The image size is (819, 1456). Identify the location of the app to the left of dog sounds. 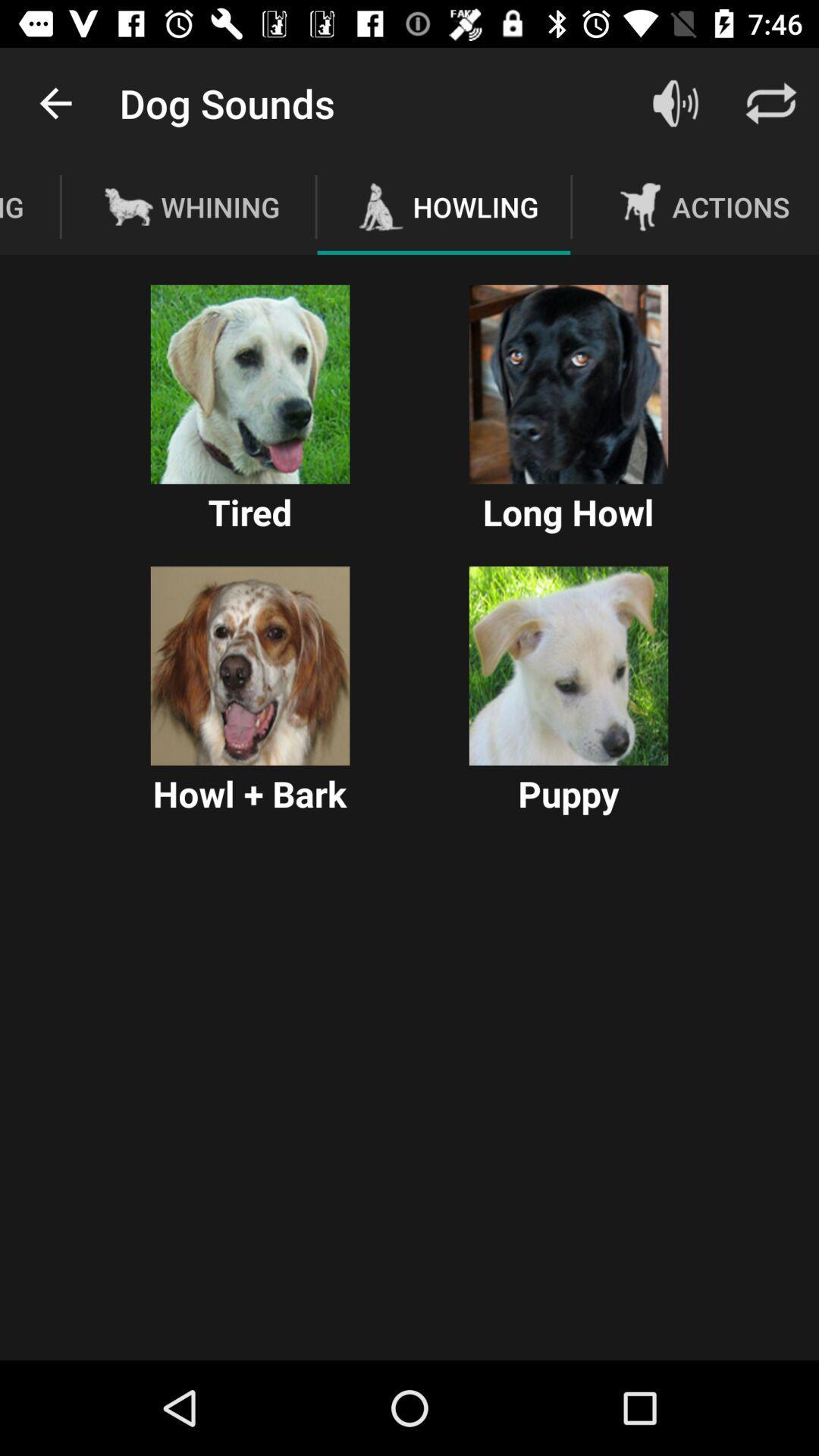
(55, 102).